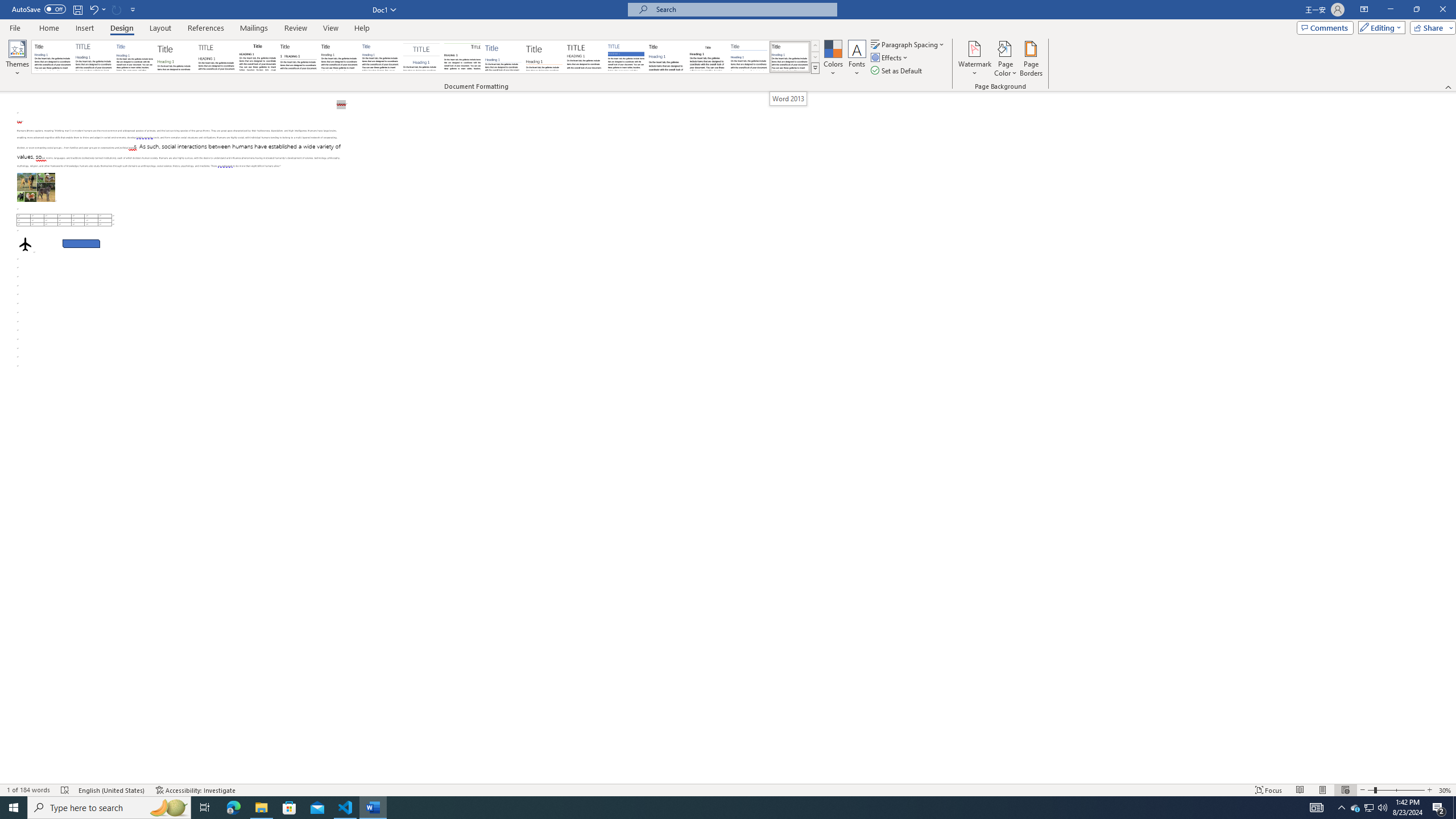 The height and width of the screenshot is (819, 1456). I want to click on 'Style Set', so click(814, 67).